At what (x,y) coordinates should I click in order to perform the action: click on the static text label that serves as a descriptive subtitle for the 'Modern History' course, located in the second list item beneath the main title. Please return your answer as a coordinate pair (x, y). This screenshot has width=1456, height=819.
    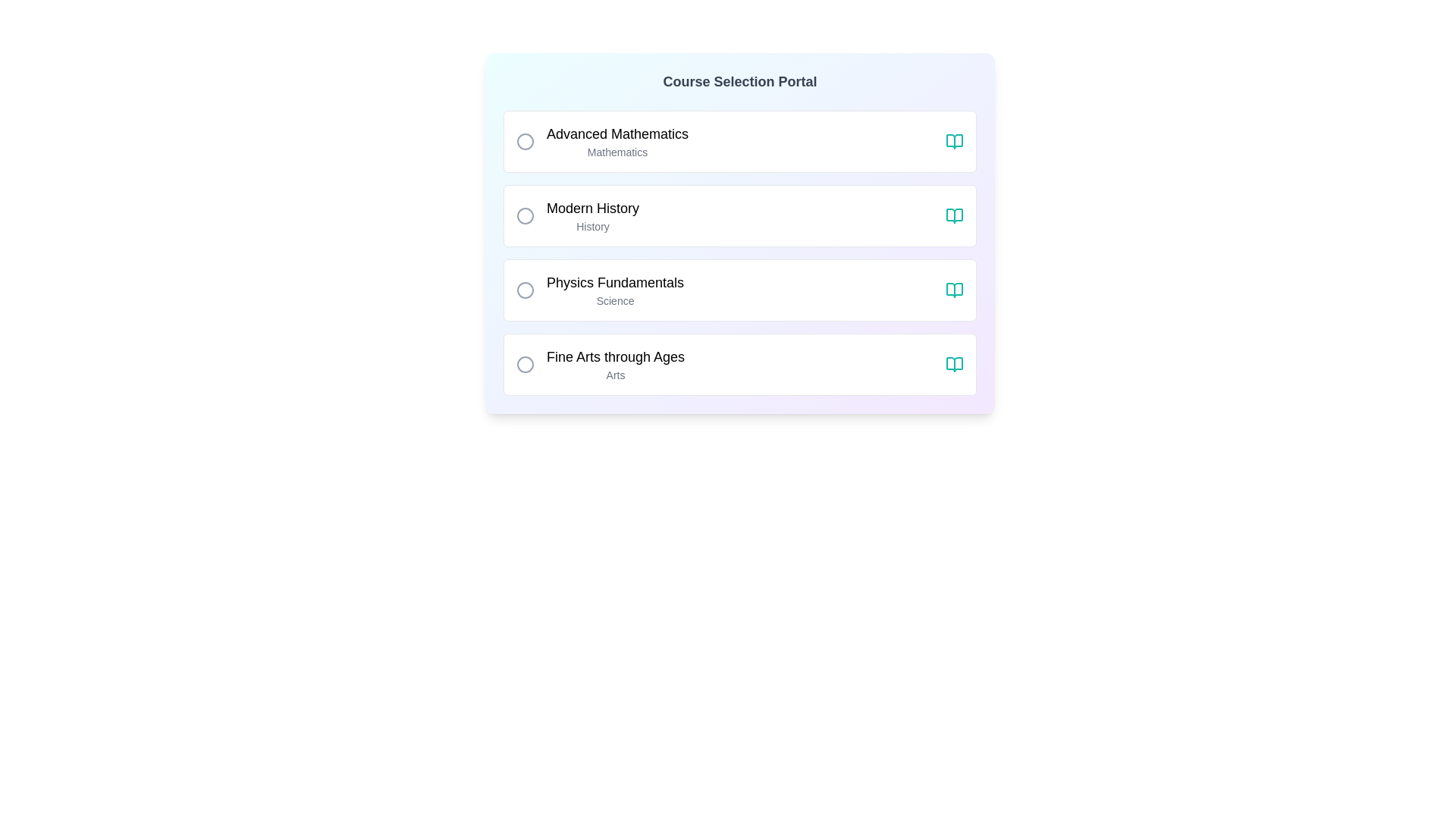
    Looking at the image, I should click on (592, 227).